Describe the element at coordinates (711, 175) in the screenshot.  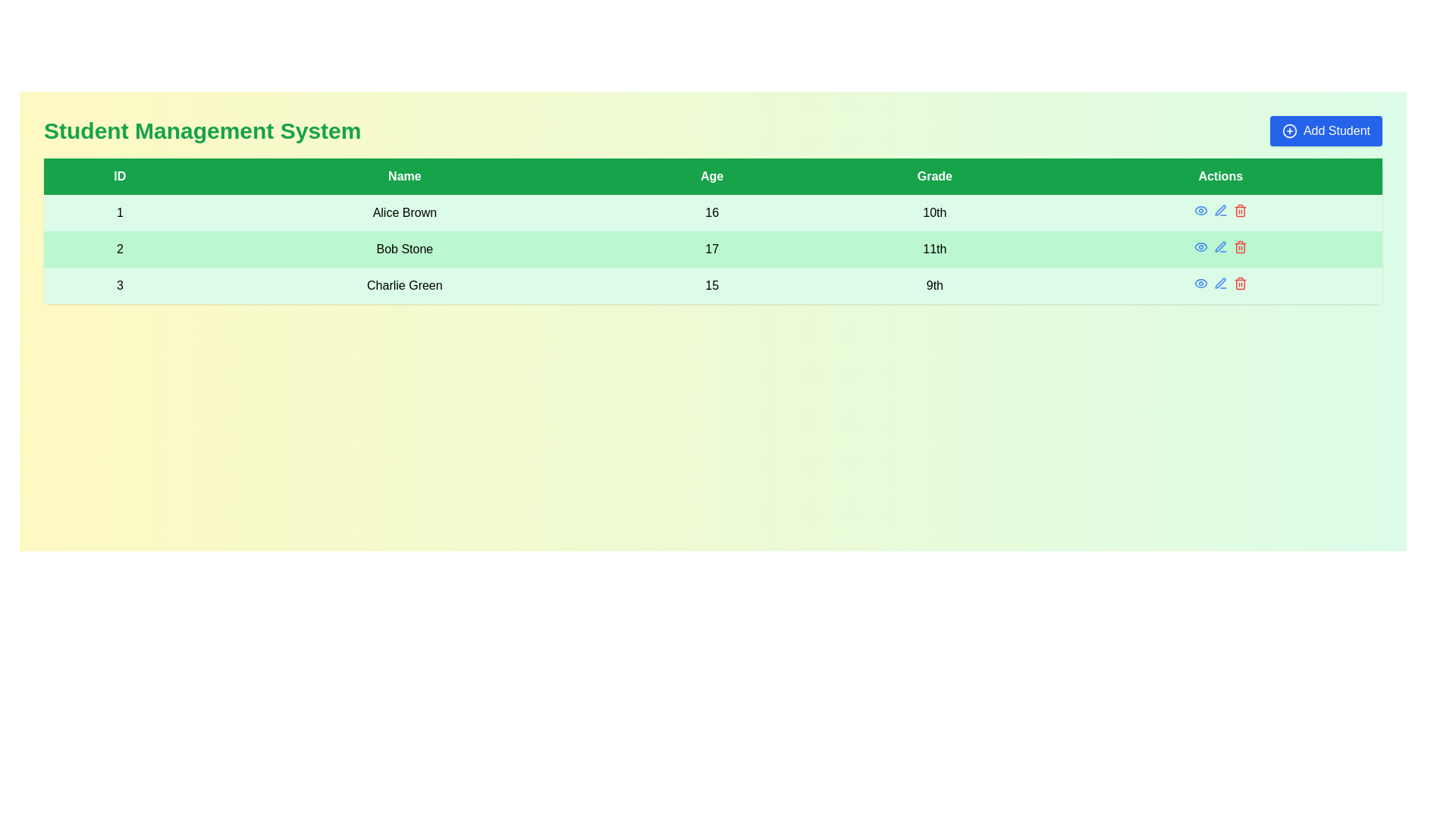
I see `the Table Header Cell with the dark green background and white text that reads 'Age', located as the third column header in the table` at that location.